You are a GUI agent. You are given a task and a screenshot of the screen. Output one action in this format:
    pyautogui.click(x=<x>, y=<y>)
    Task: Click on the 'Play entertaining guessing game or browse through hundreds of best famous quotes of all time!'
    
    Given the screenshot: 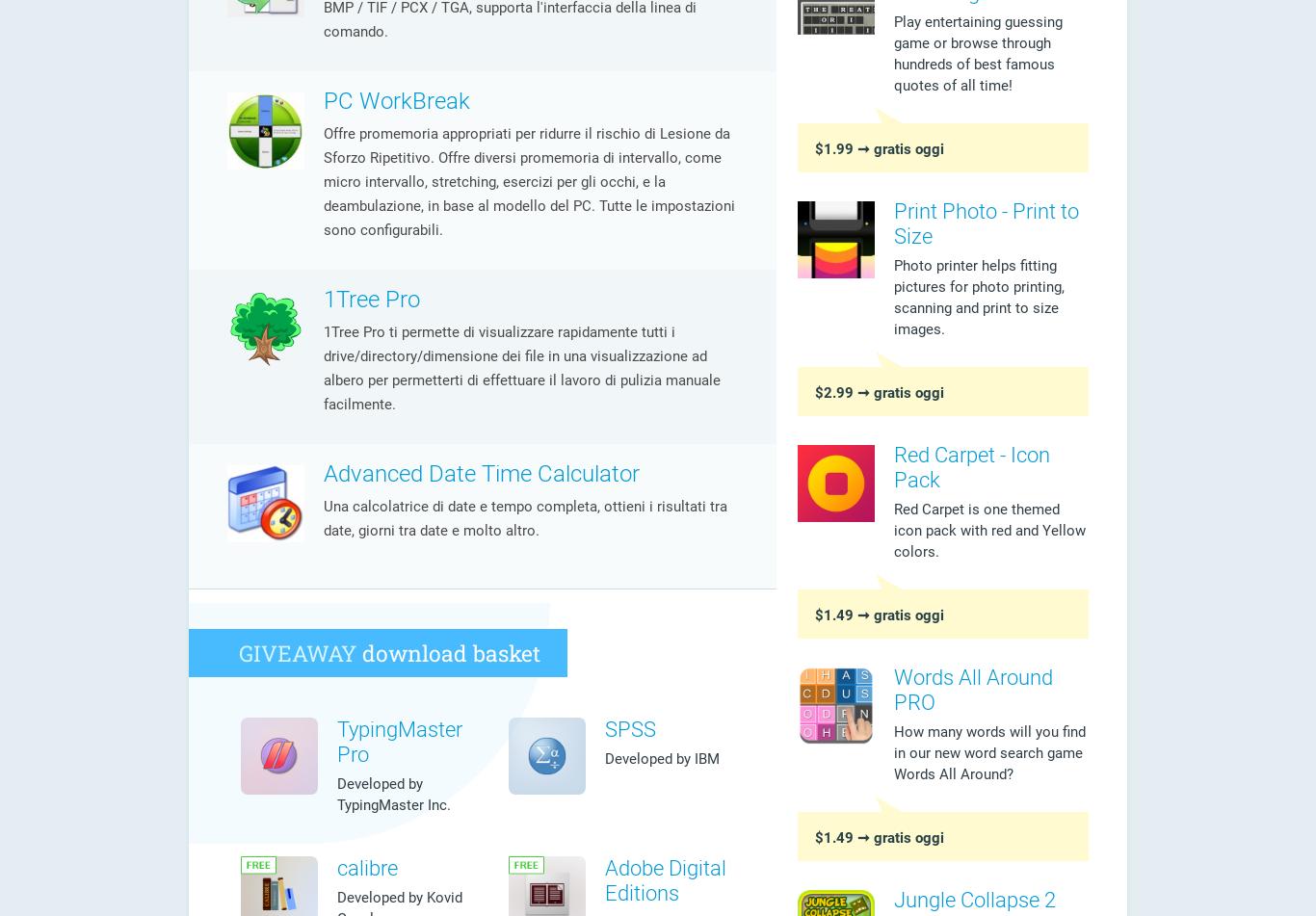 What is the action you would take?
    pyautogui.click(x=978, y=52)
    